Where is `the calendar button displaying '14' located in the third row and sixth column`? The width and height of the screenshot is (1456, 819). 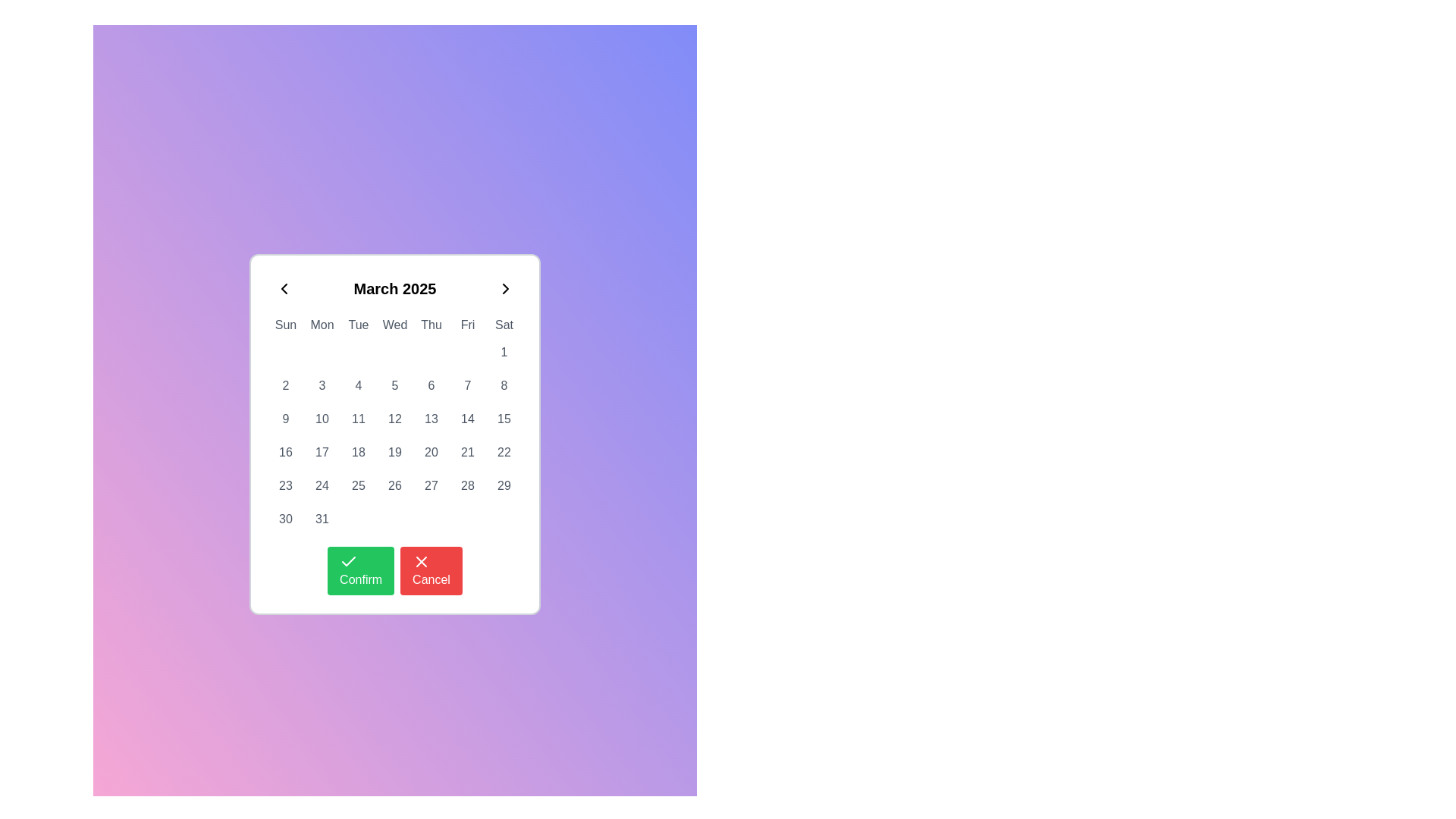
the calendar button displaying '14' located in the third row and sixth column is located at coordinates (467, 419).